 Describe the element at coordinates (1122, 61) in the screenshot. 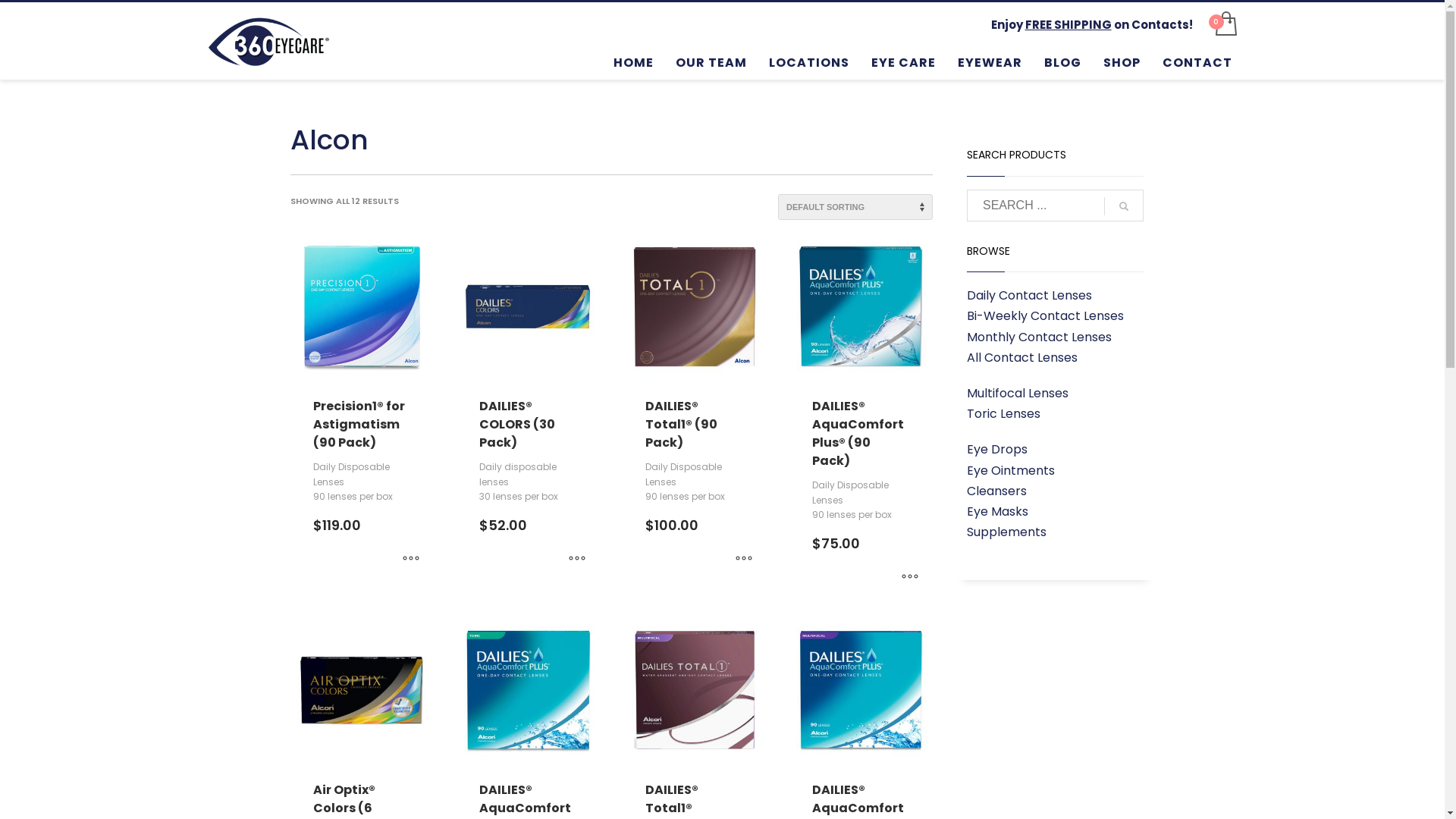

I see `'SHOP'` at that location.